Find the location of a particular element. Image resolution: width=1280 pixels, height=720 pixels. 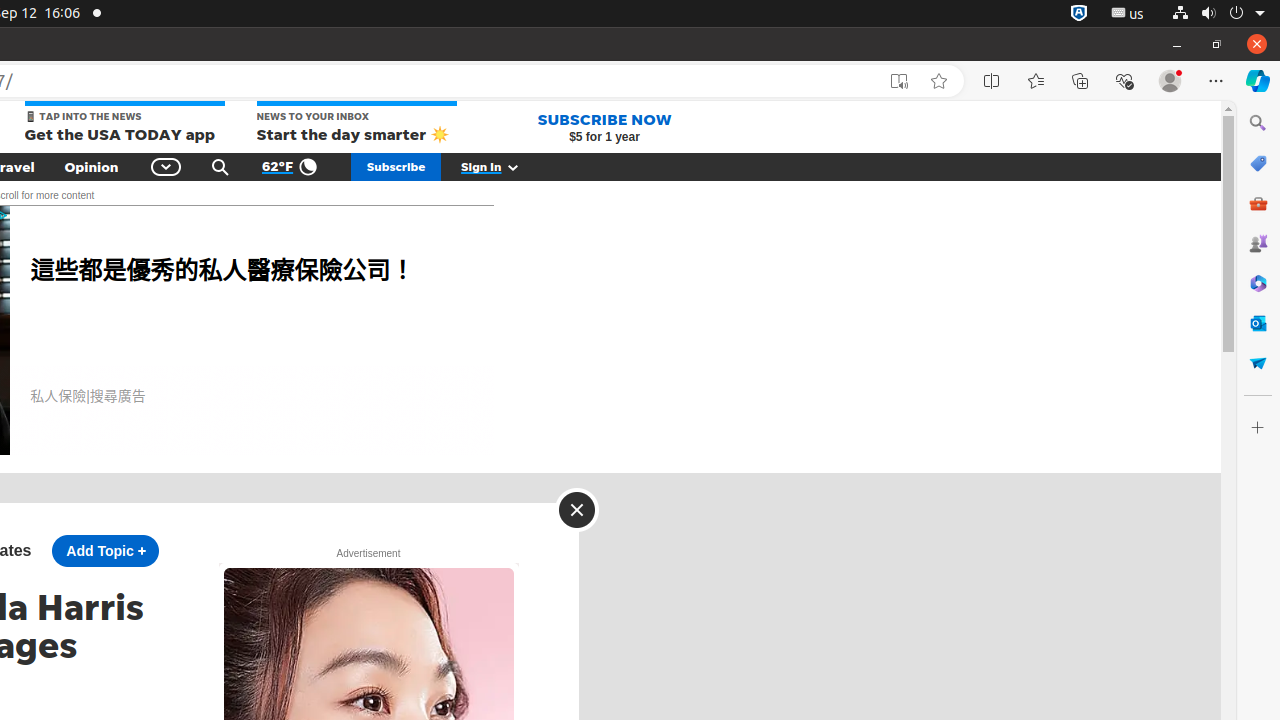

'Collections' is located at coordinates (1079, 80).